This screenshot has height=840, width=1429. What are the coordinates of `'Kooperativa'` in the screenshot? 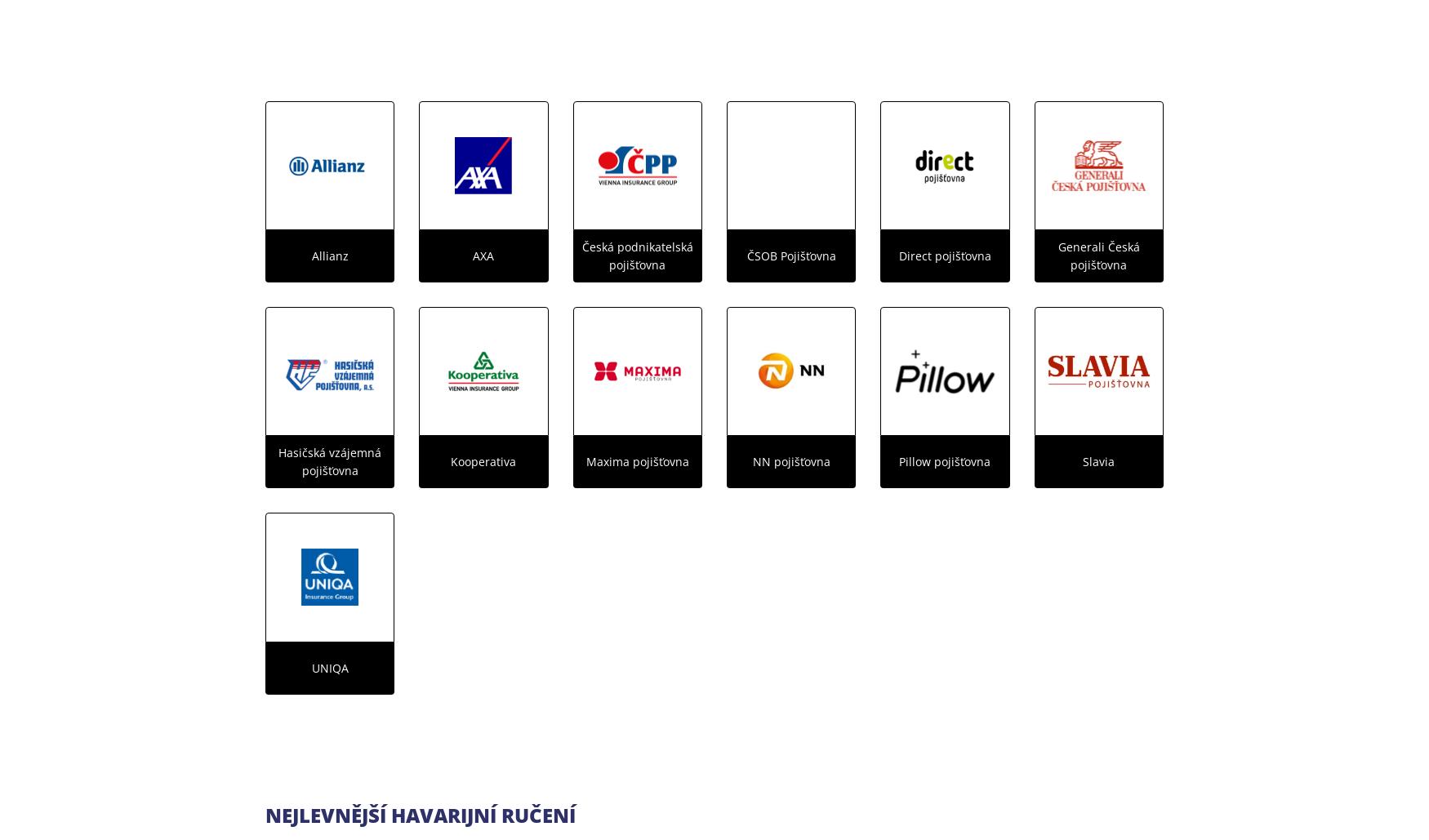 It's located at (483, 460).